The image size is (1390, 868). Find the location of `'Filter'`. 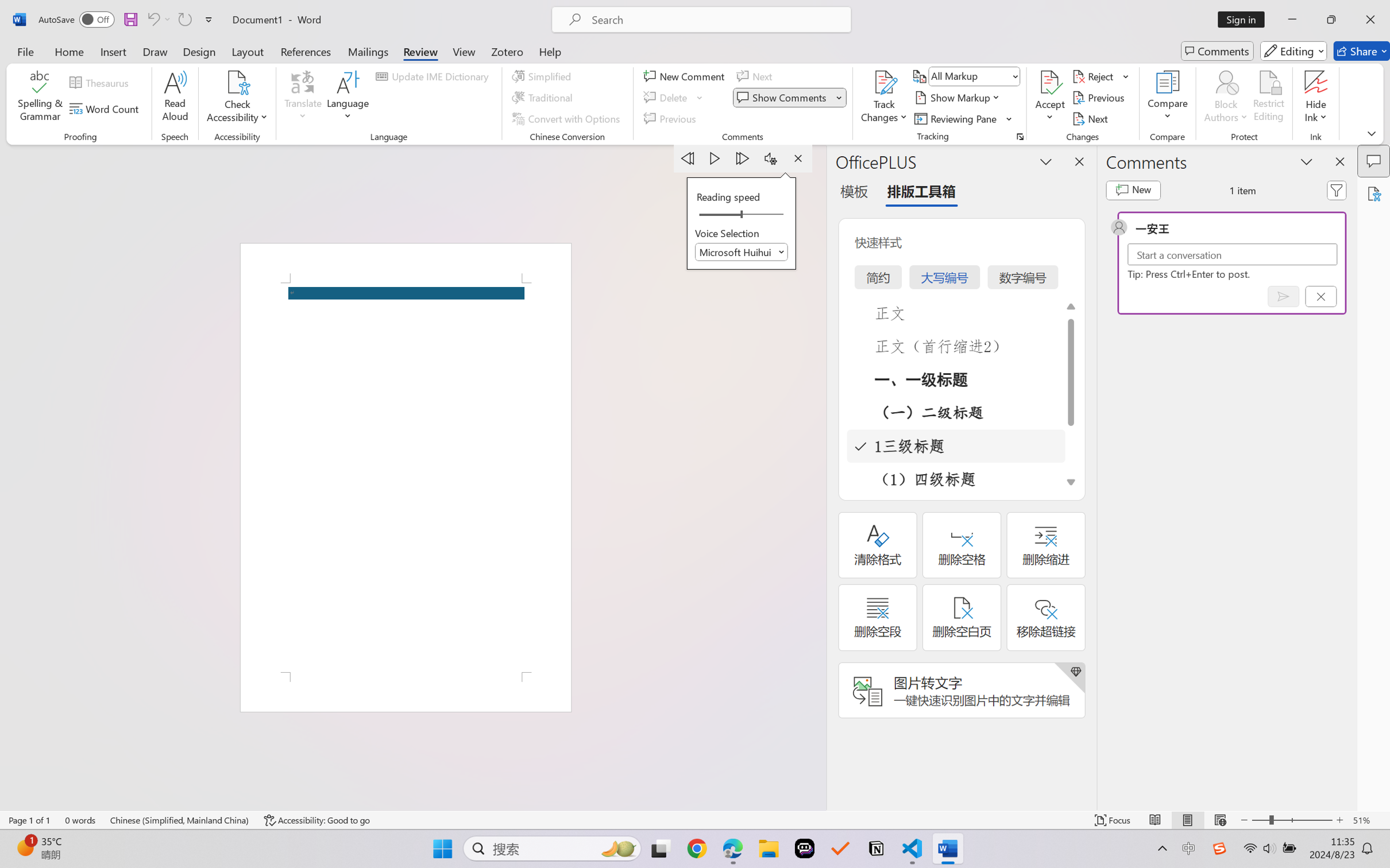

'Filter' is located at coordinates (1337, 190).